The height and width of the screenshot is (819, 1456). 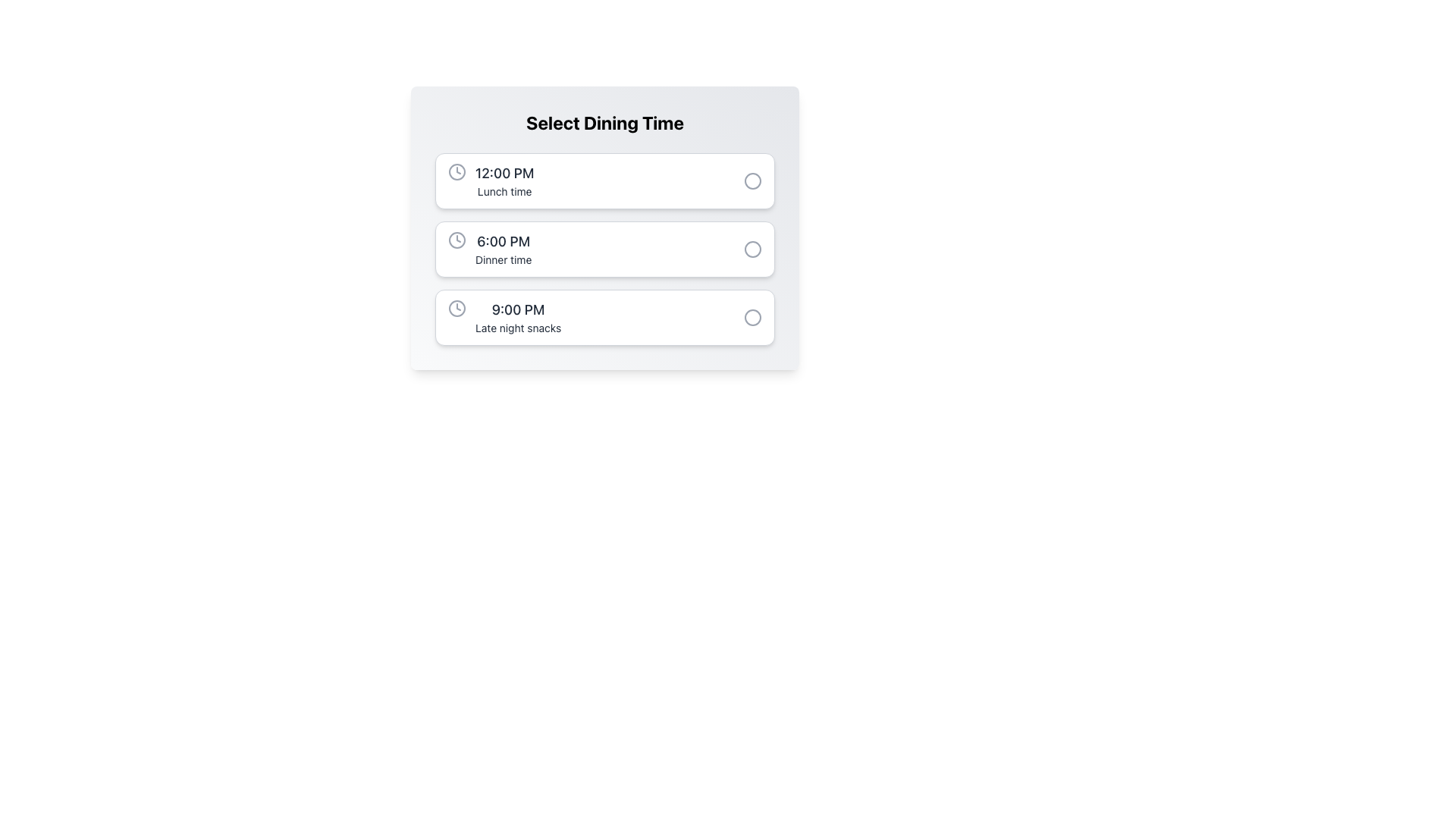 I want to click on the first selectable dining time option, which displays a clock icon followed by '12:00 PM' and 'Lunch time', so click(x=491, y=180).